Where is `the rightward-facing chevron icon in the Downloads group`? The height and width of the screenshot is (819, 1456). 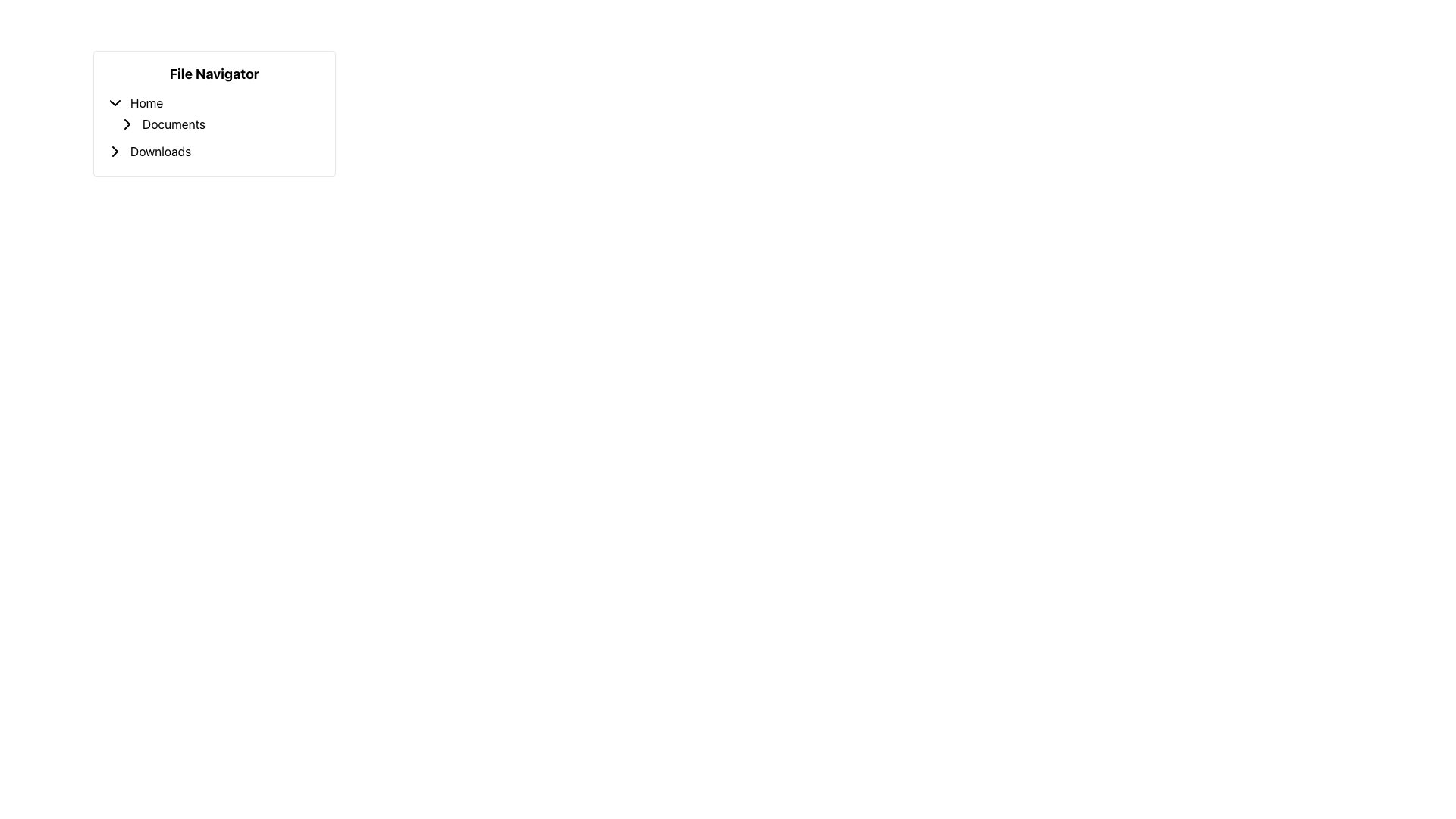
the rightward-facing chevron icon in the Downloads group is located at coordinates (115, 152).